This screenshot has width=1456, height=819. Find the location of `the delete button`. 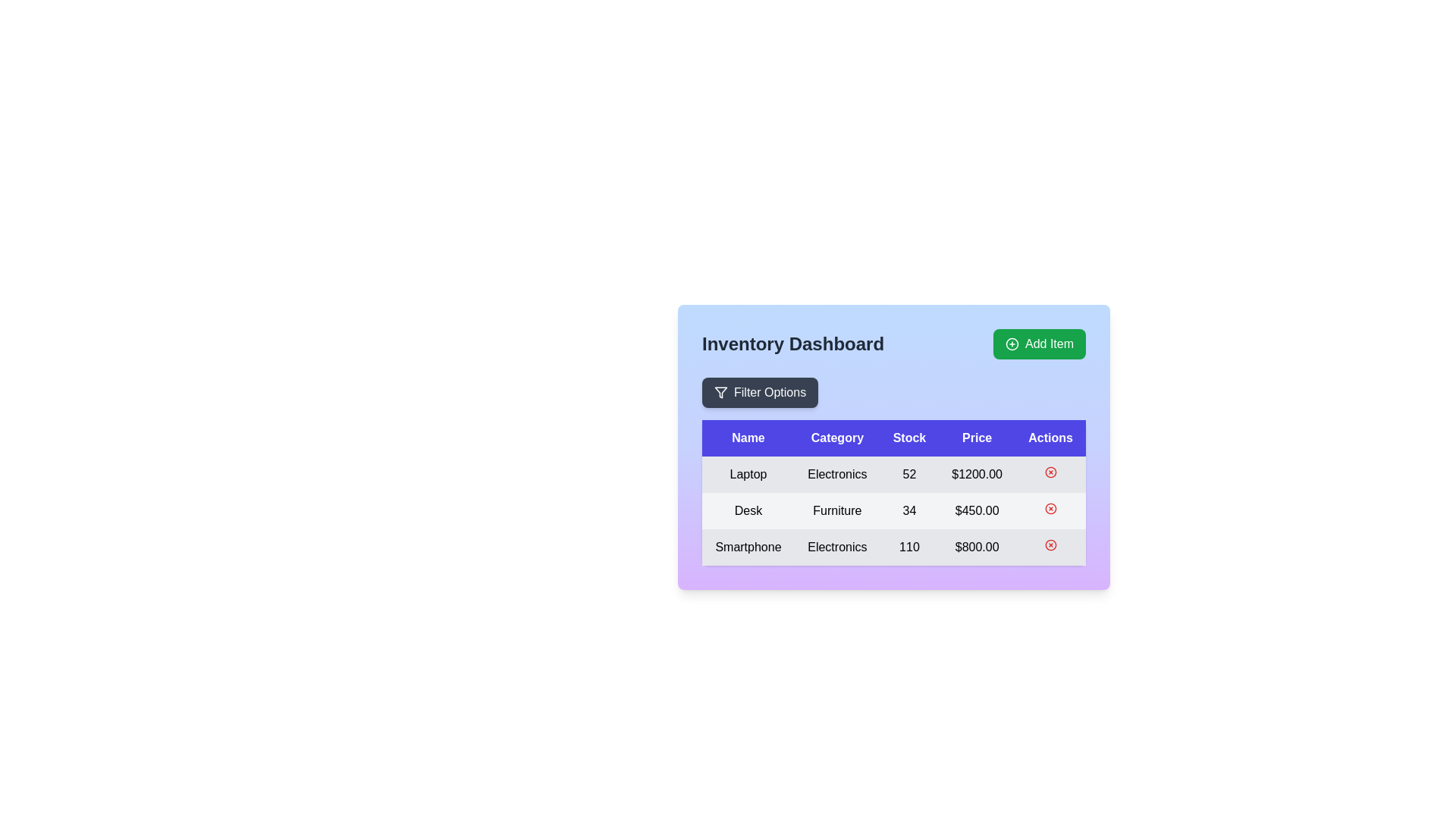

the delete button is located at coordinates (1050, 472).